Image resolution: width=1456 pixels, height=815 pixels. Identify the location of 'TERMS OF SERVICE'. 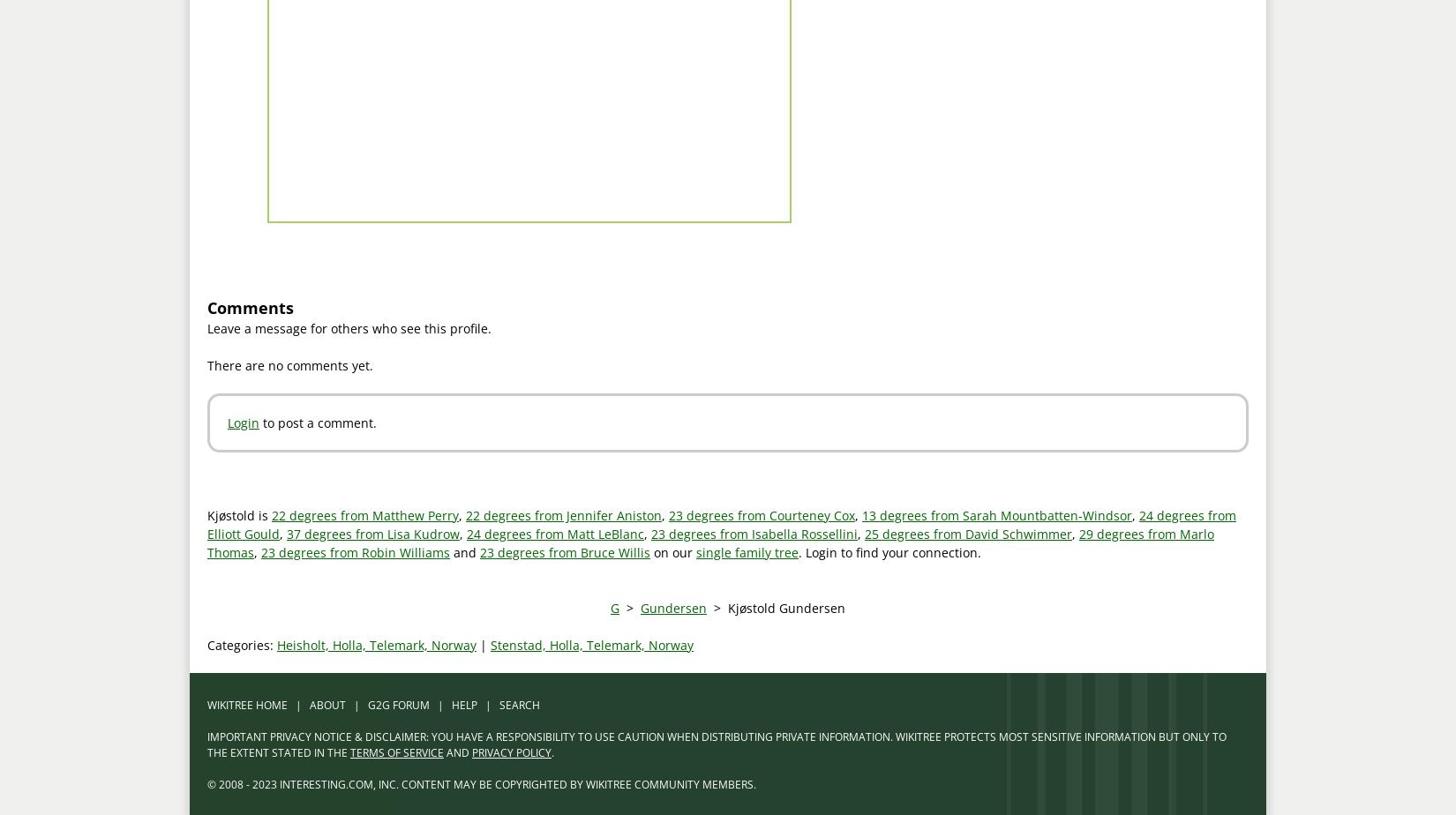
(395, 751).